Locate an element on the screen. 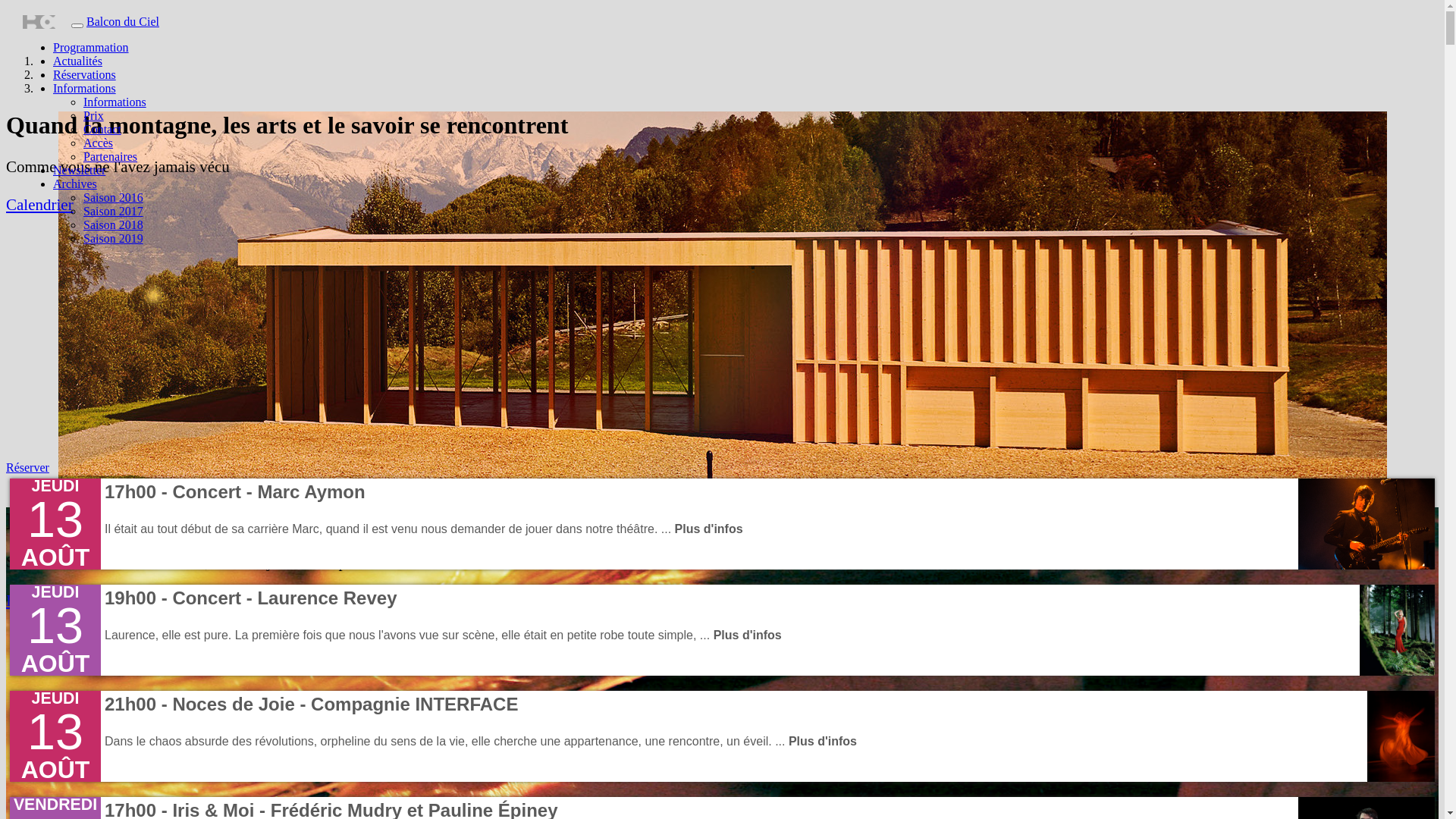 The height and width of the screenshot is (819, 1456). 'Saison 2018' is located at coordinates (112, 224).